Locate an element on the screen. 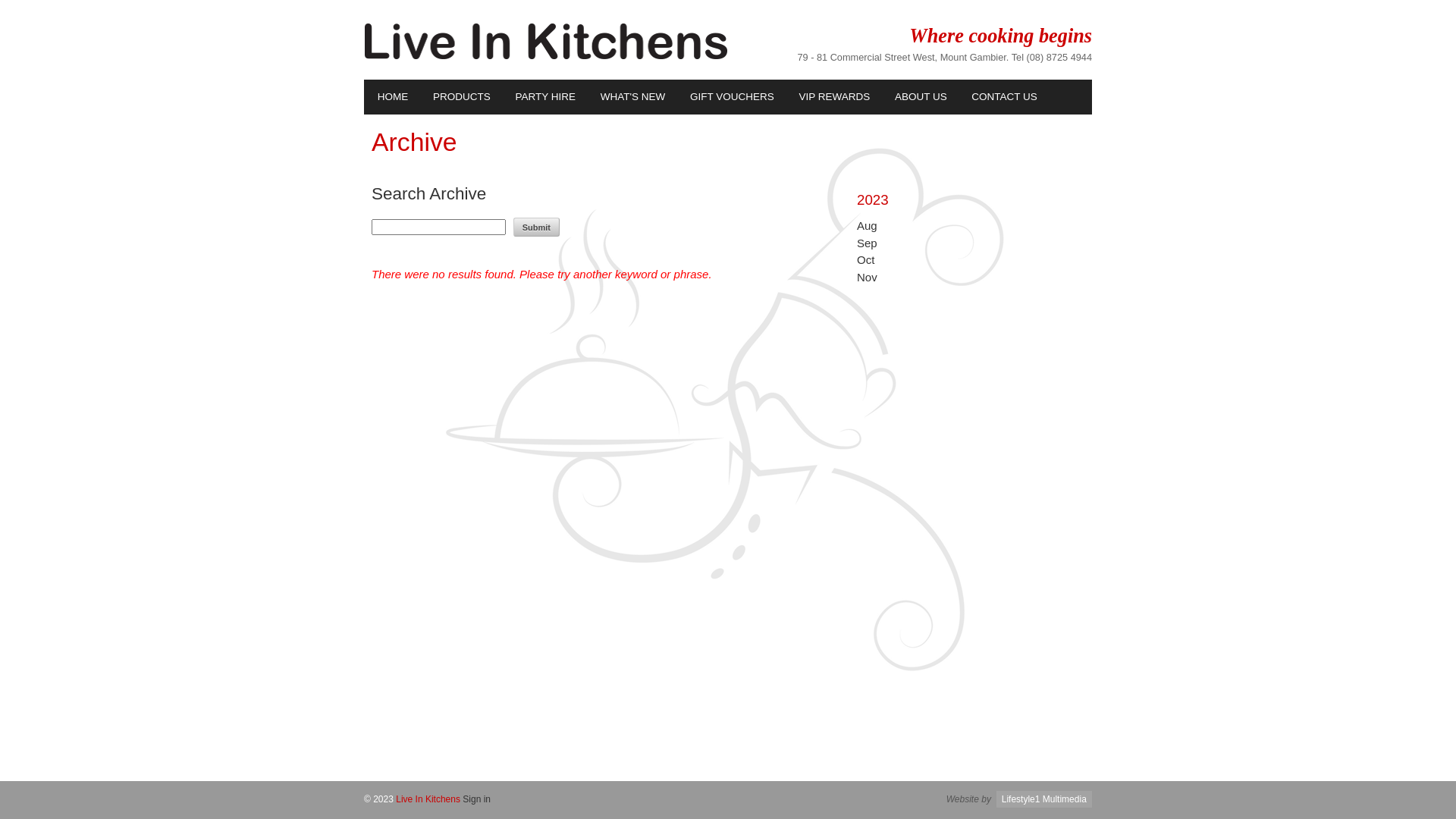  'Lifestyle1 Multimedia' is located at coordinates (996, 798).